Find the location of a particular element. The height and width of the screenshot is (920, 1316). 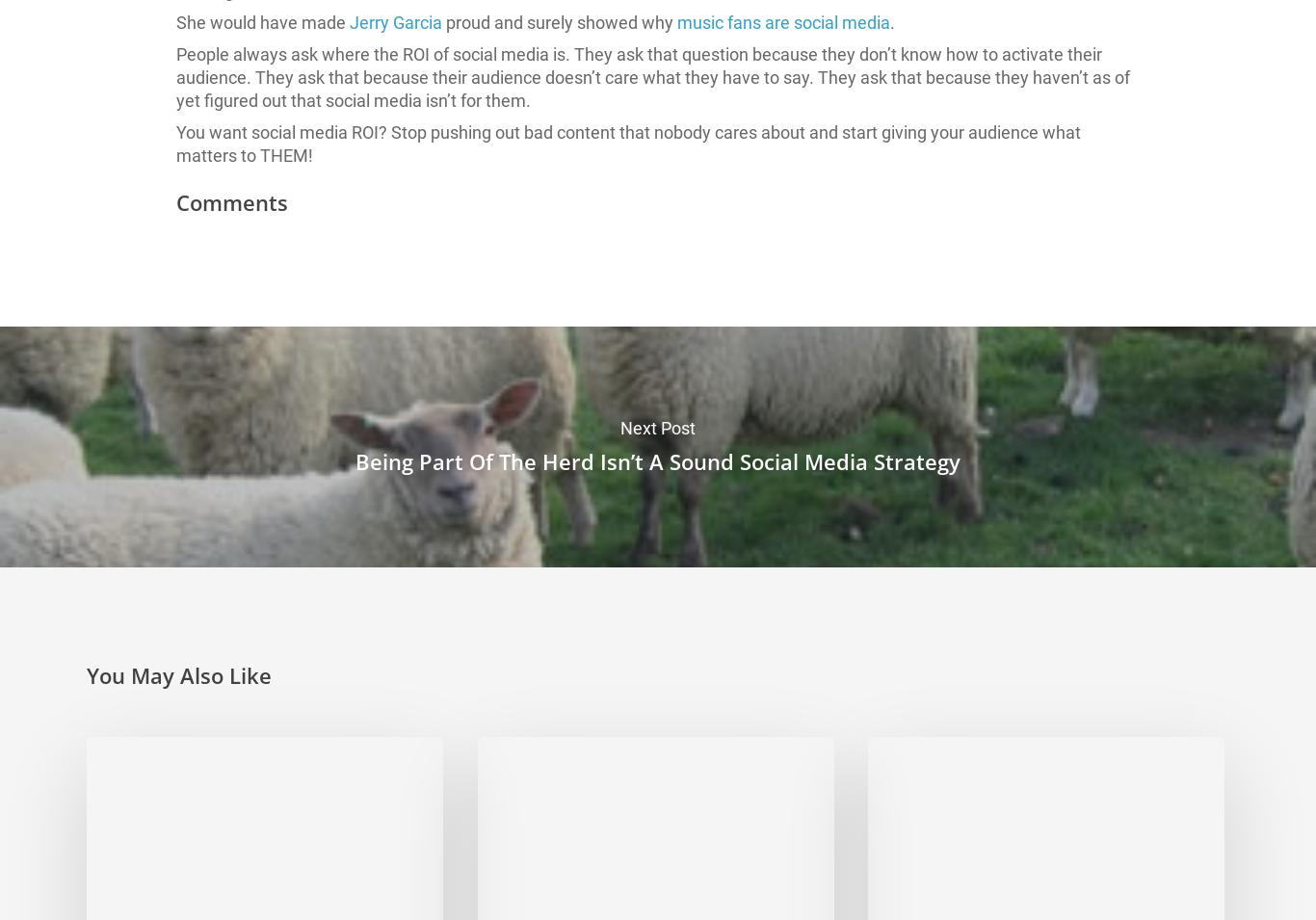

'She would have made' is located at coordinates (263, 21).